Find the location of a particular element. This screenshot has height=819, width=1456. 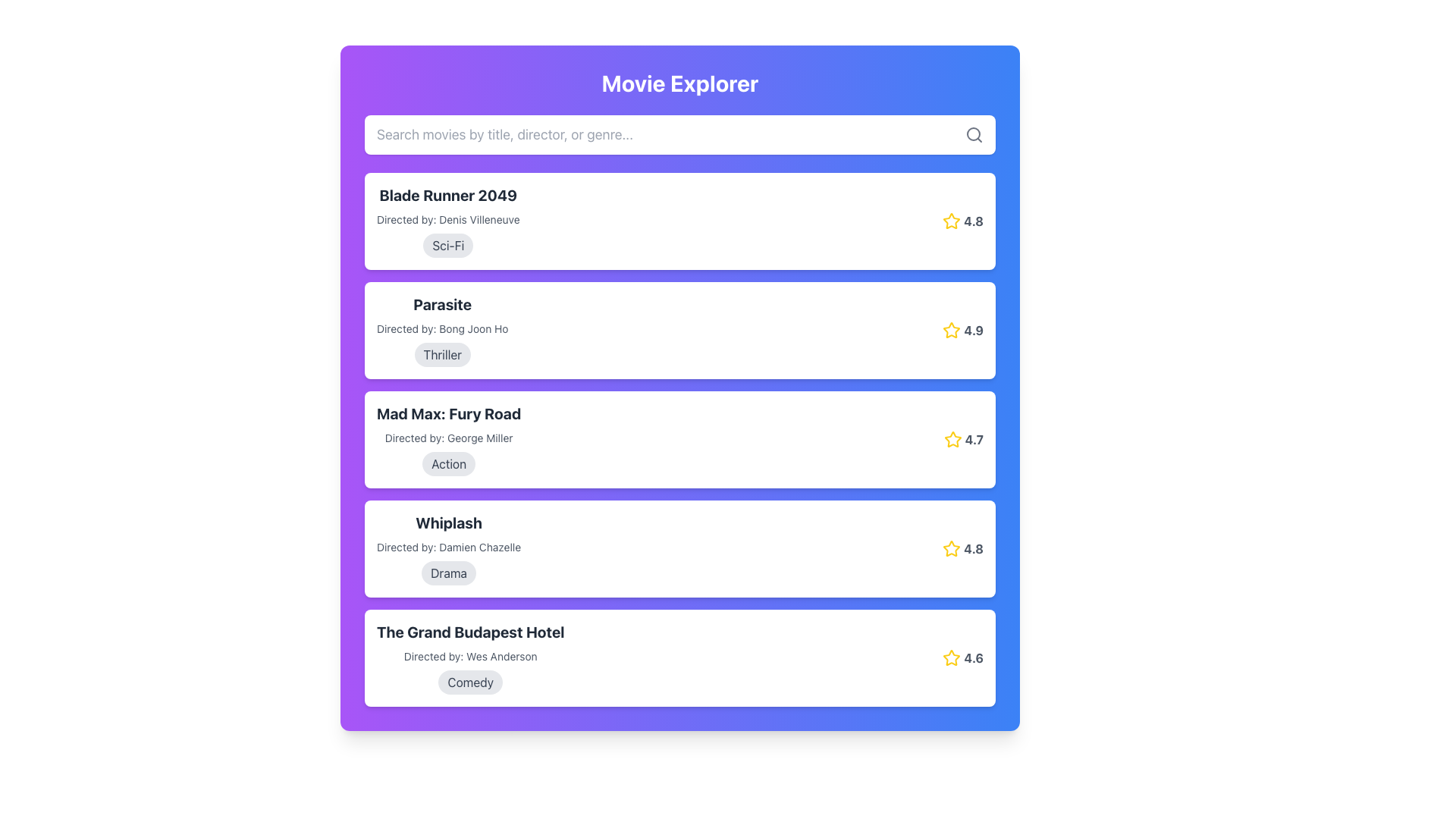

the static text display that provides information about the director of the movie 'Blade Runner 2049', located between the title and the genre tag in the first movie card is located at coordinates (447, 219).